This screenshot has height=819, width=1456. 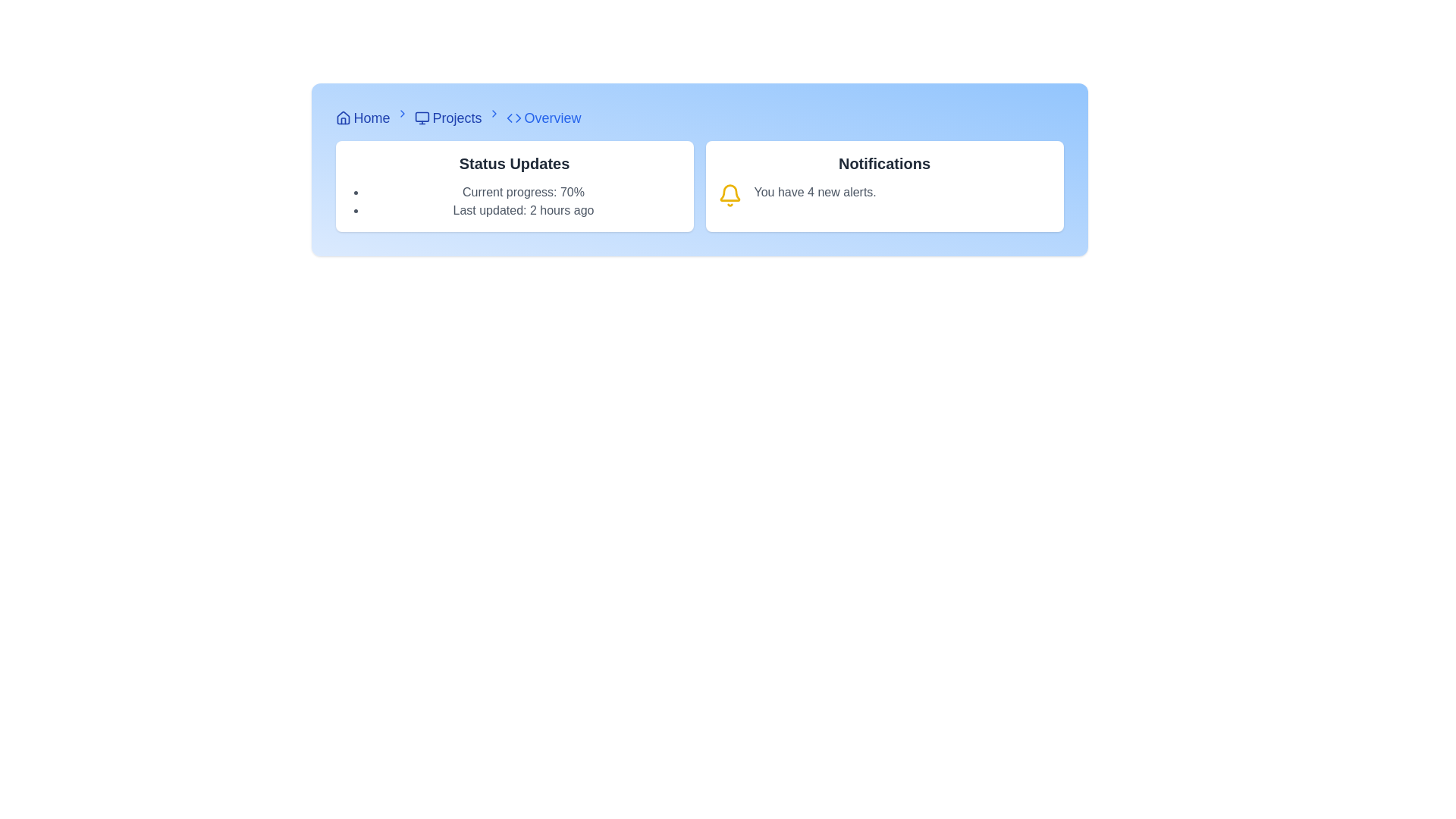 I want to click on the 'Projects' hyperlink in the breadcrumb navigation bar, so click(x=447, y=117).